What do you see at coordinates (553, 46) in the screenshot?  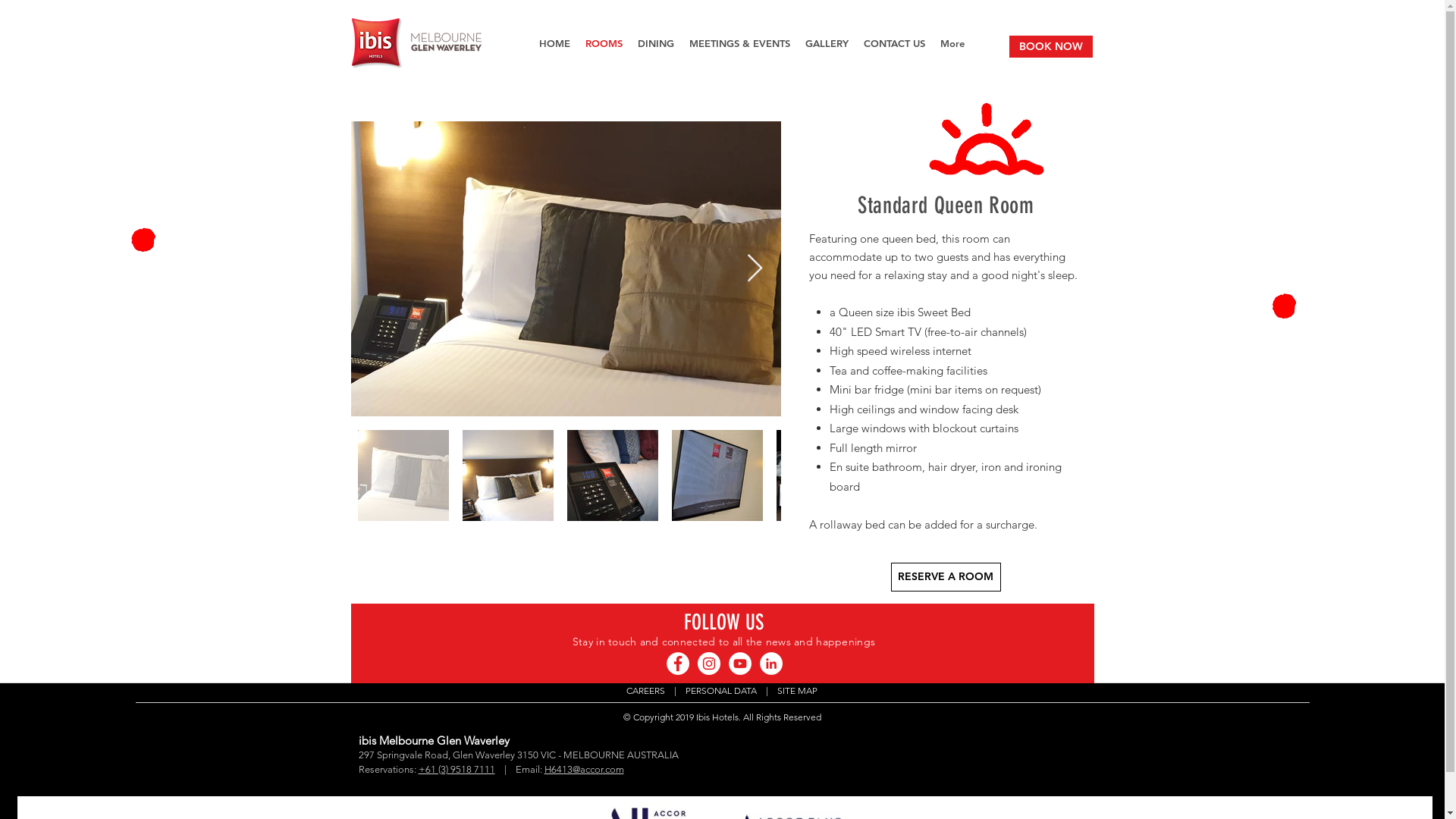 I see `'HOME'` at bounding box center [553, 46].